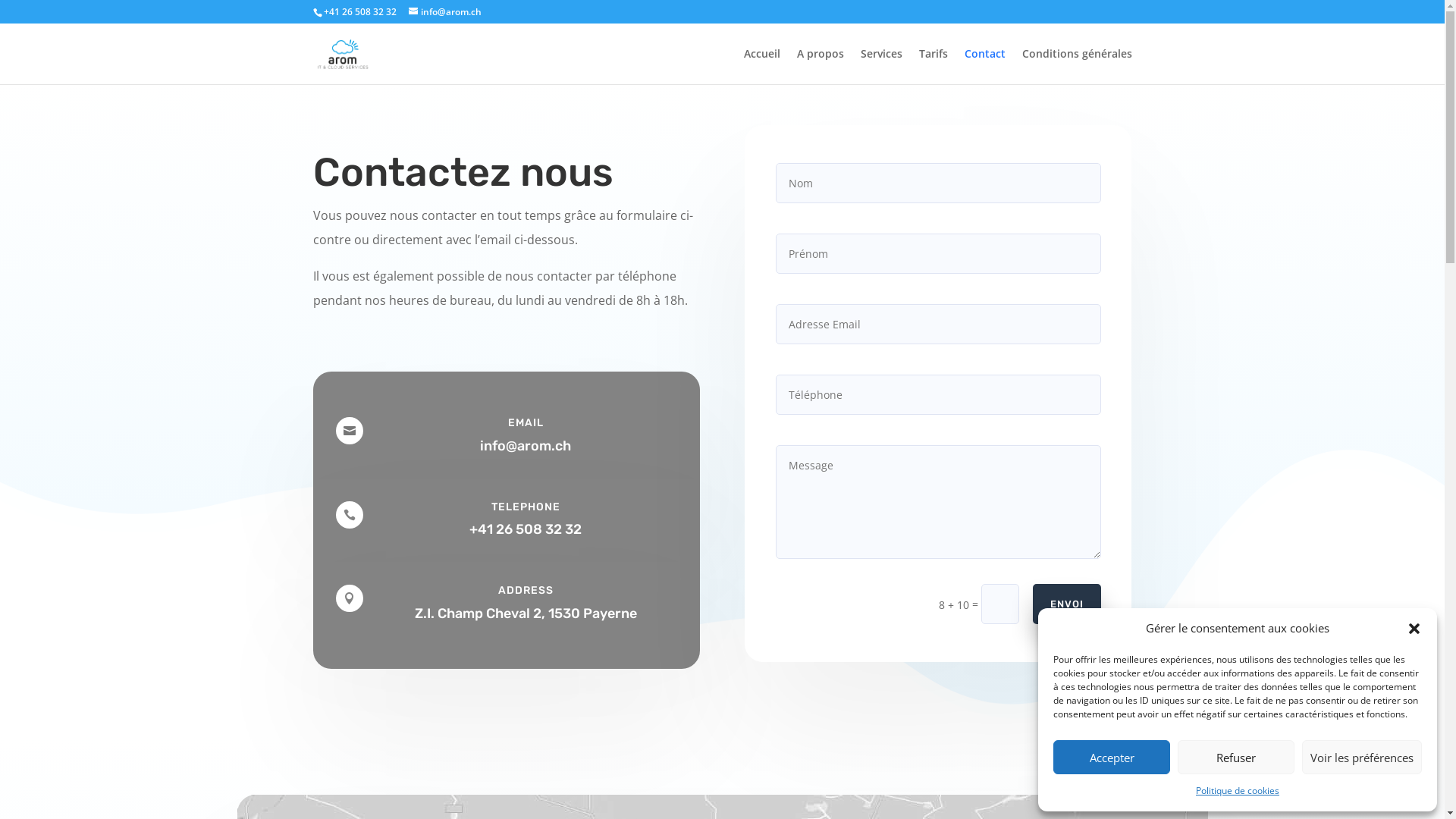 This screenshot has width=1456, height=819. What do you see at coordinates (1065, 603) in the screenshot?
I see `'ENVOI'` at bounding box center [1065, 603].